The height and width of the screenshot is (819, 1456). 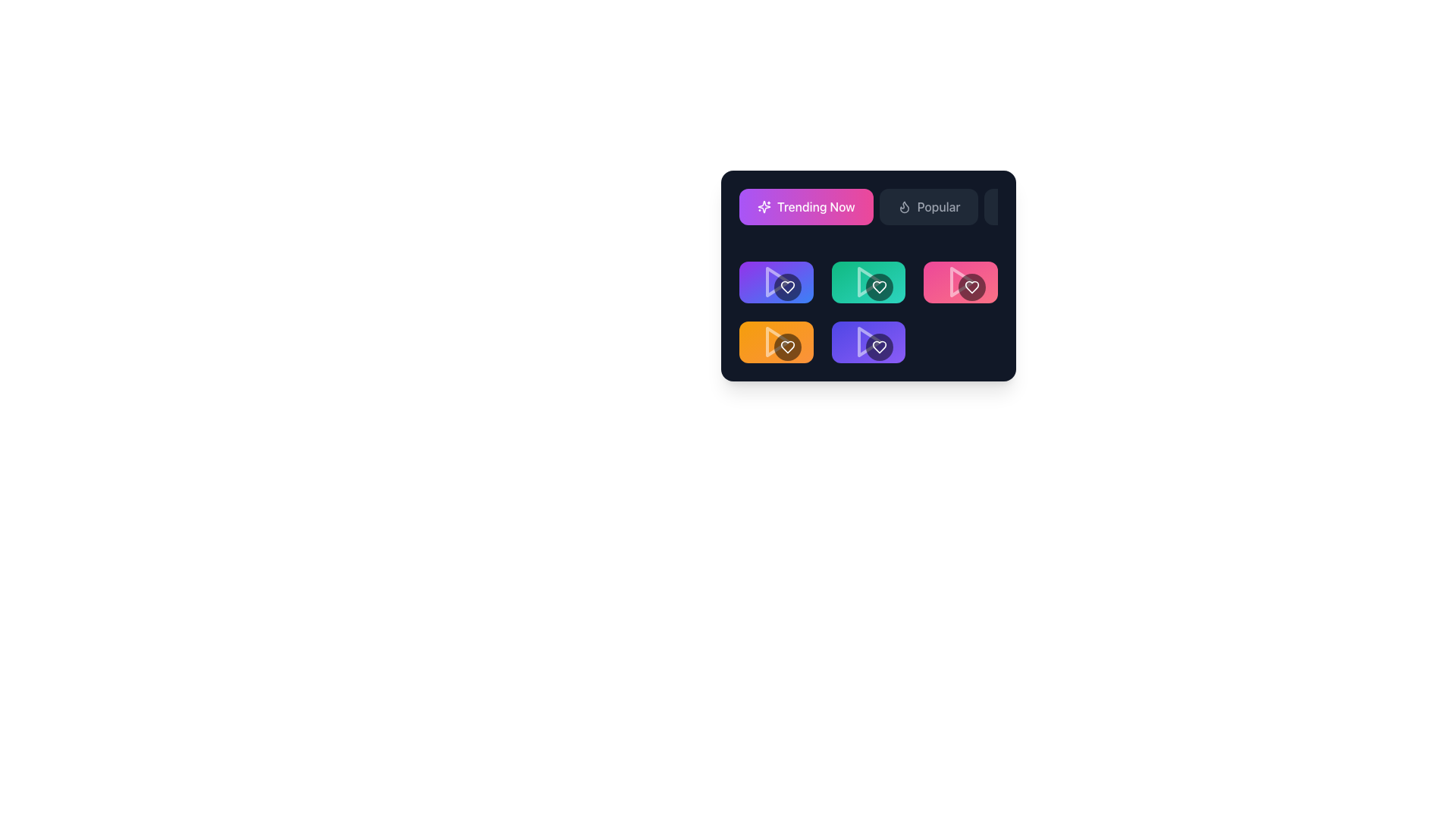 What do you see at coordinates (1001, 275) in the screenshot?
I see `the bookmark icon with a plus symbol located within the pink rectangular button on the right of the second row of buttons` at bounding box center [1001, 275].